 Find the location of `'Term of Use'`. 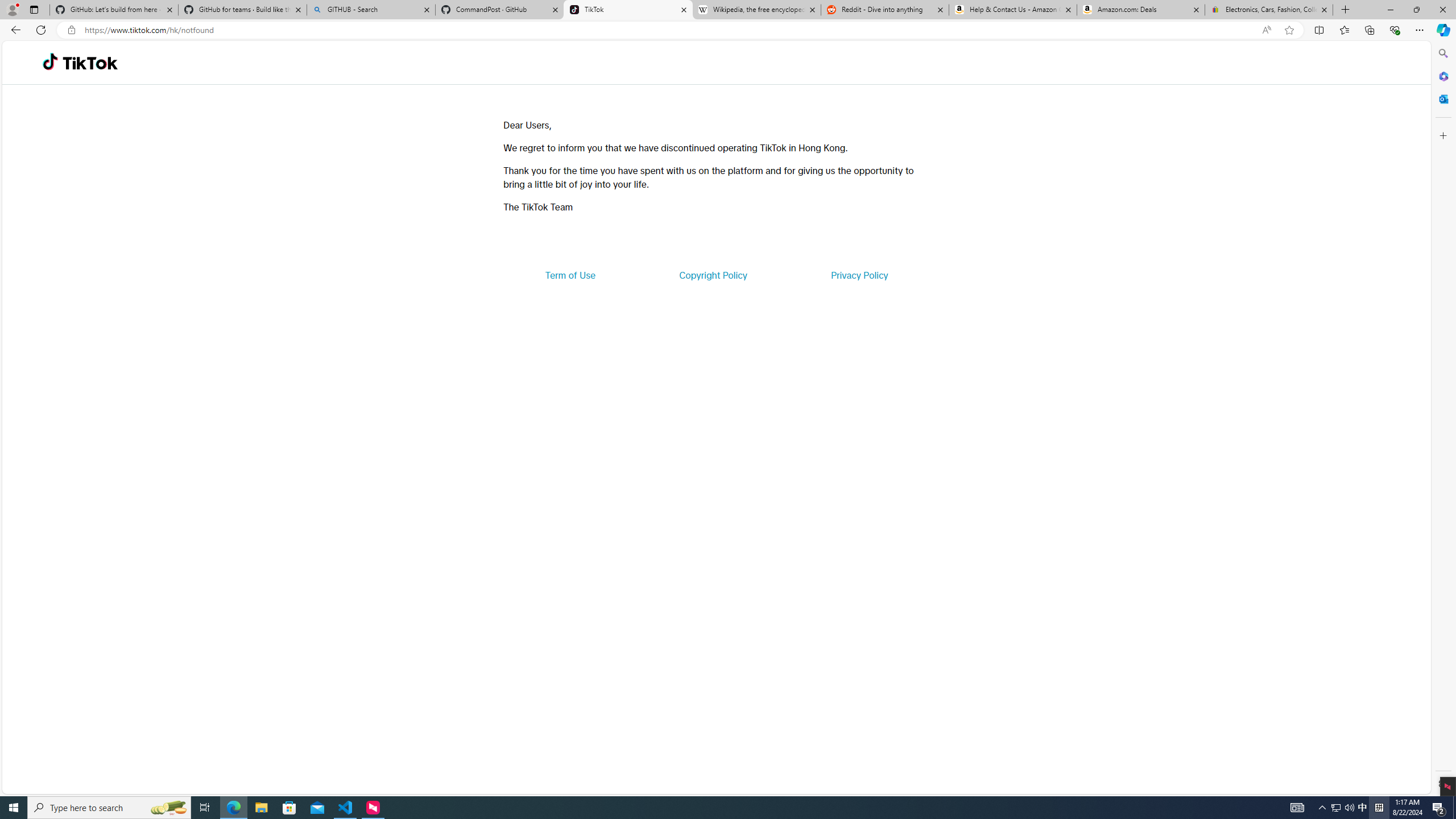

'Term of Use' is located at coordinates (570, 274).